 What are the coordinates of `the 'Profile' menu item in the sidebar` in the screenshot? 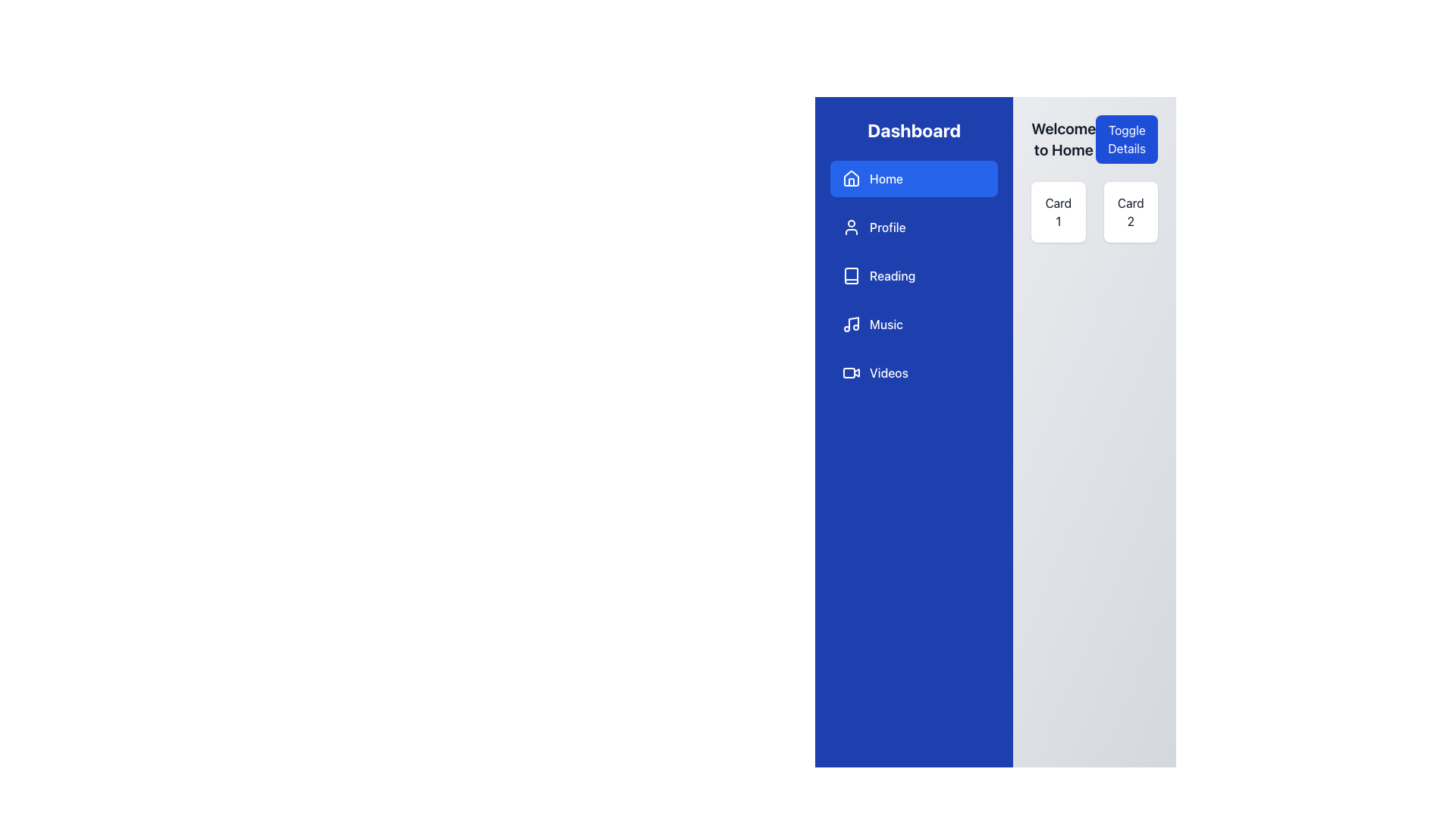 It's located at (913, 227).